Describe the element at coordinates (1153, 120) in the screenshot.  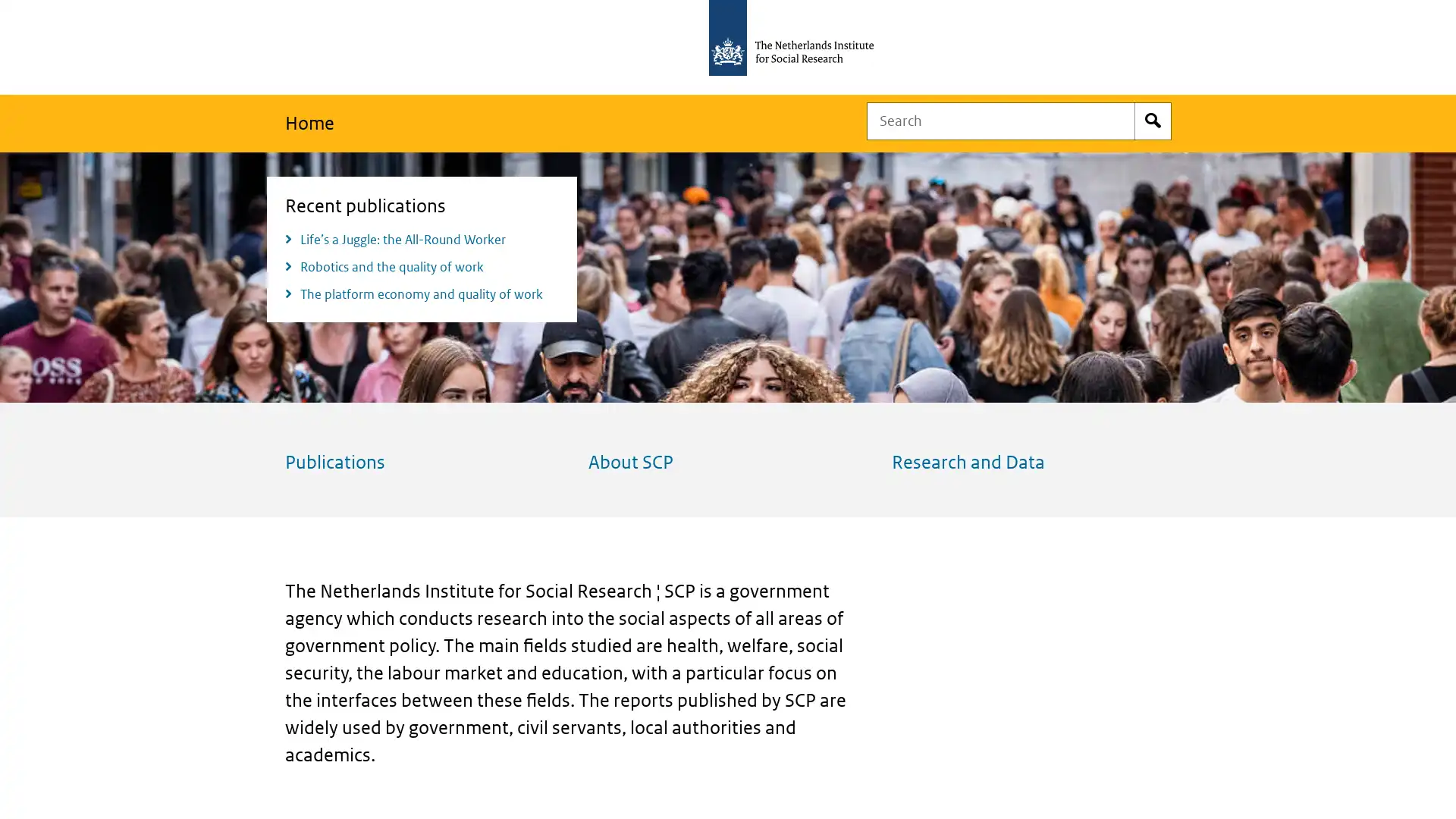
I see `Start search` at that location.